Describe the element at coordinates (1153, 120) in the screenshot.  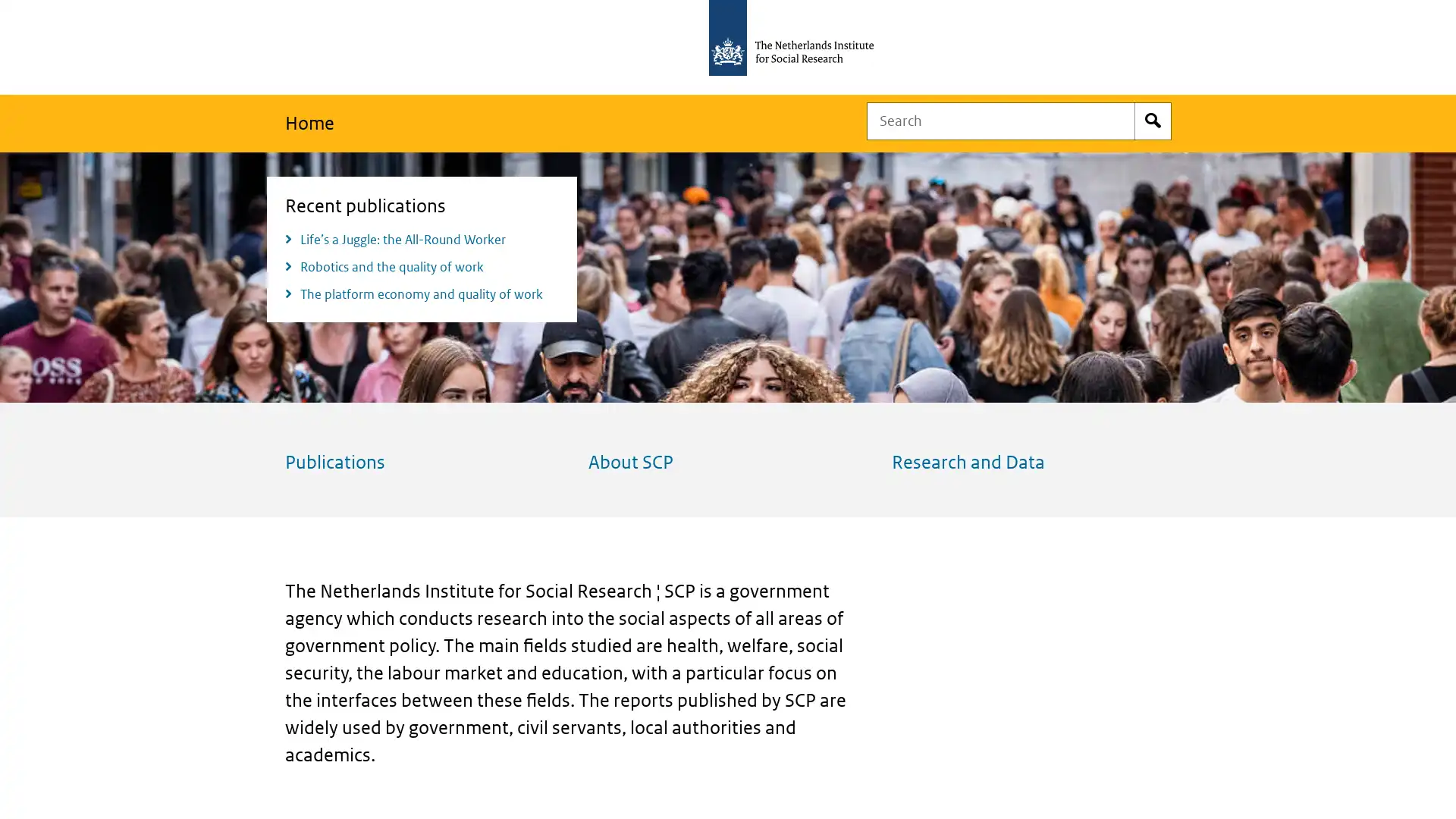
I see `Start search` at that location.